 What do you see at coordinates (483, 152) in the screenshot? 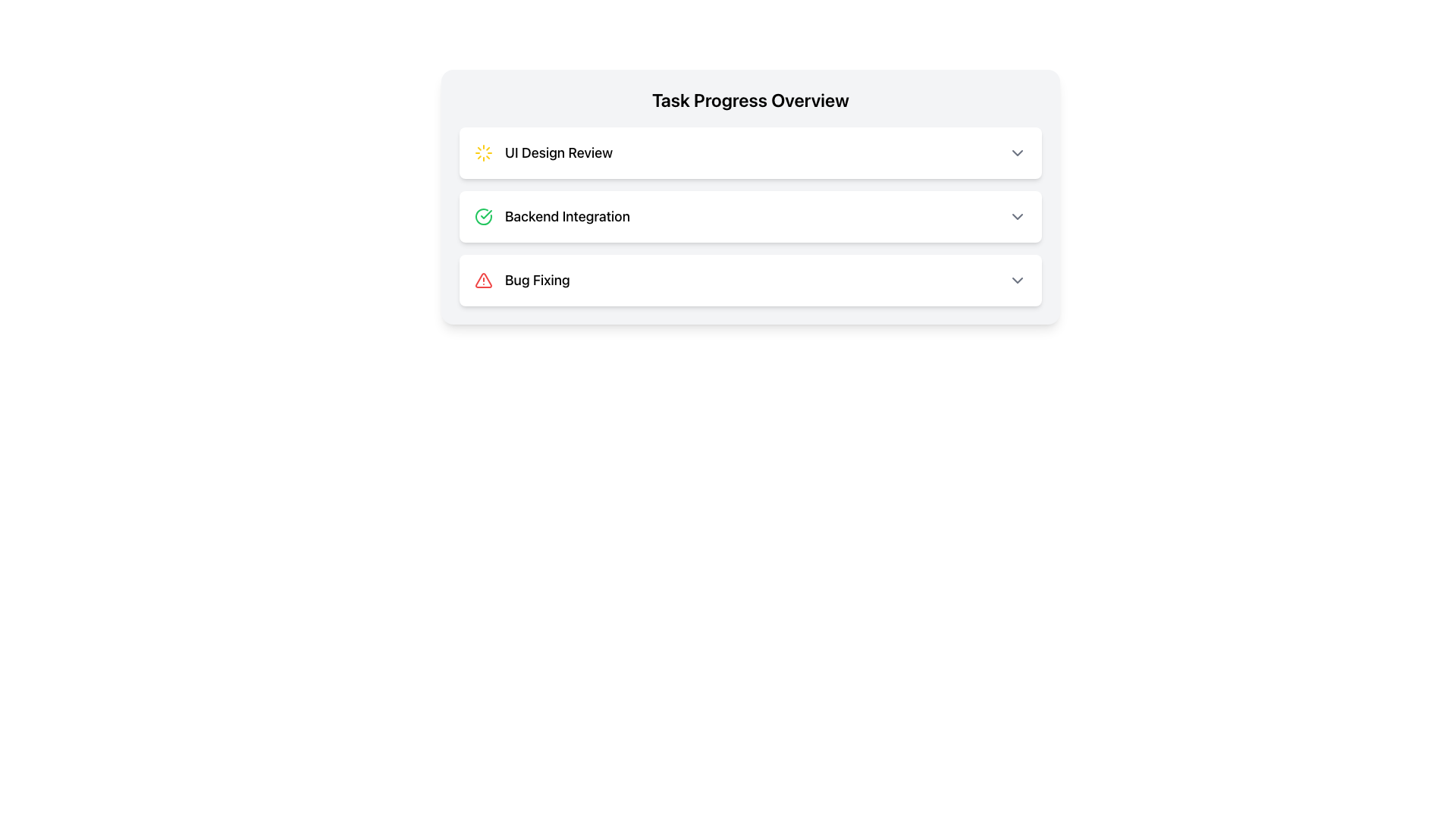
I see `the circular loader icon styled with a yellow hue, located to the left of the 'UI Design Review' text in the topmost row of the task list in the 'Task Progress Overview' section` at bounding box center [483, 152].